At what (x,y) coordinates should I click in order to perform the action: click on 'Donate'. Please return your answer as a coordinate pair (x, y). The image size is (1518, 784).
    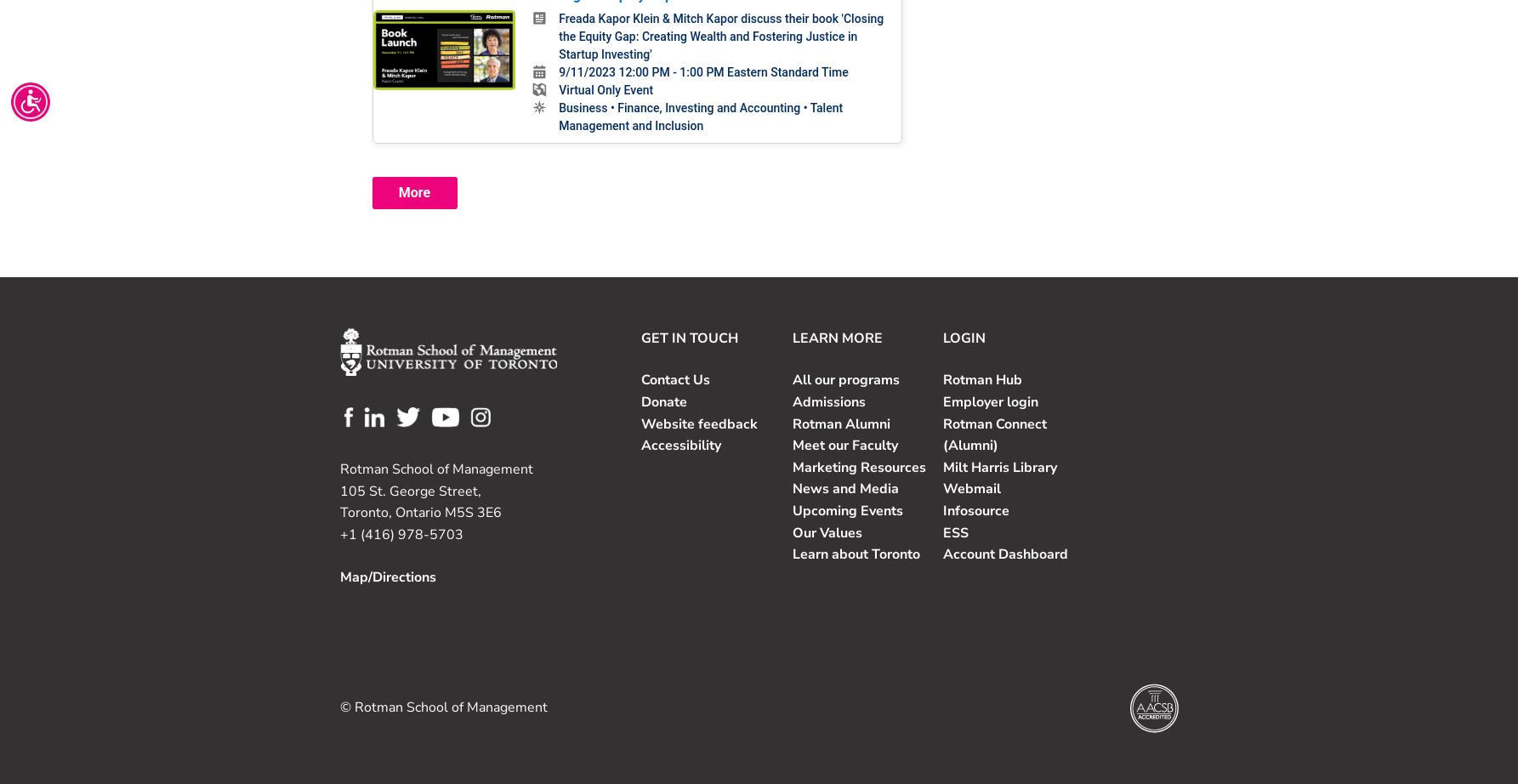
    Looking at the image, I should click on (663, 401).